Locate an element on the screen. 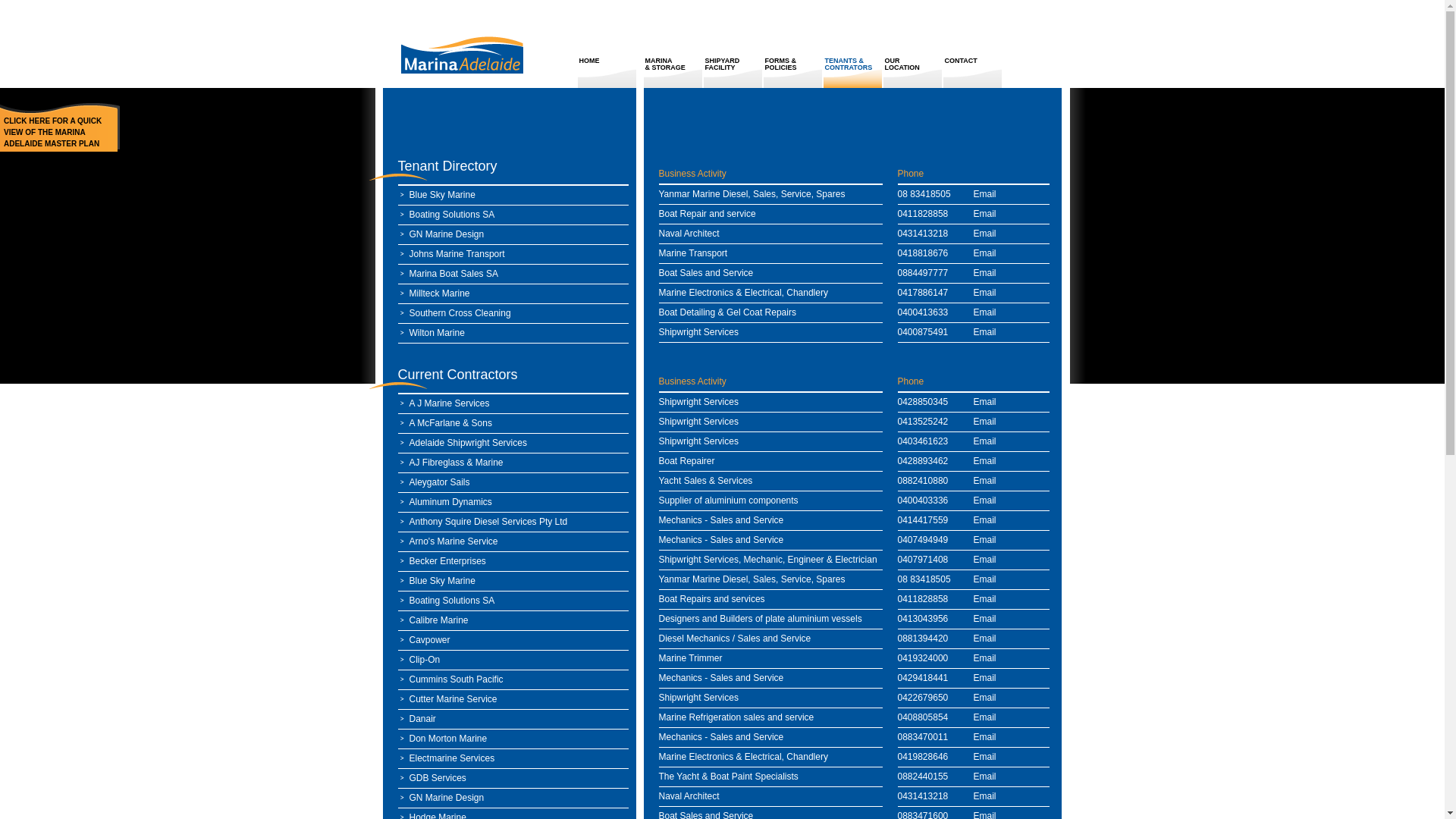 The height and width of the screenshot is (819, 1456). 'TENANTS & is located at coordinates (852, 73).